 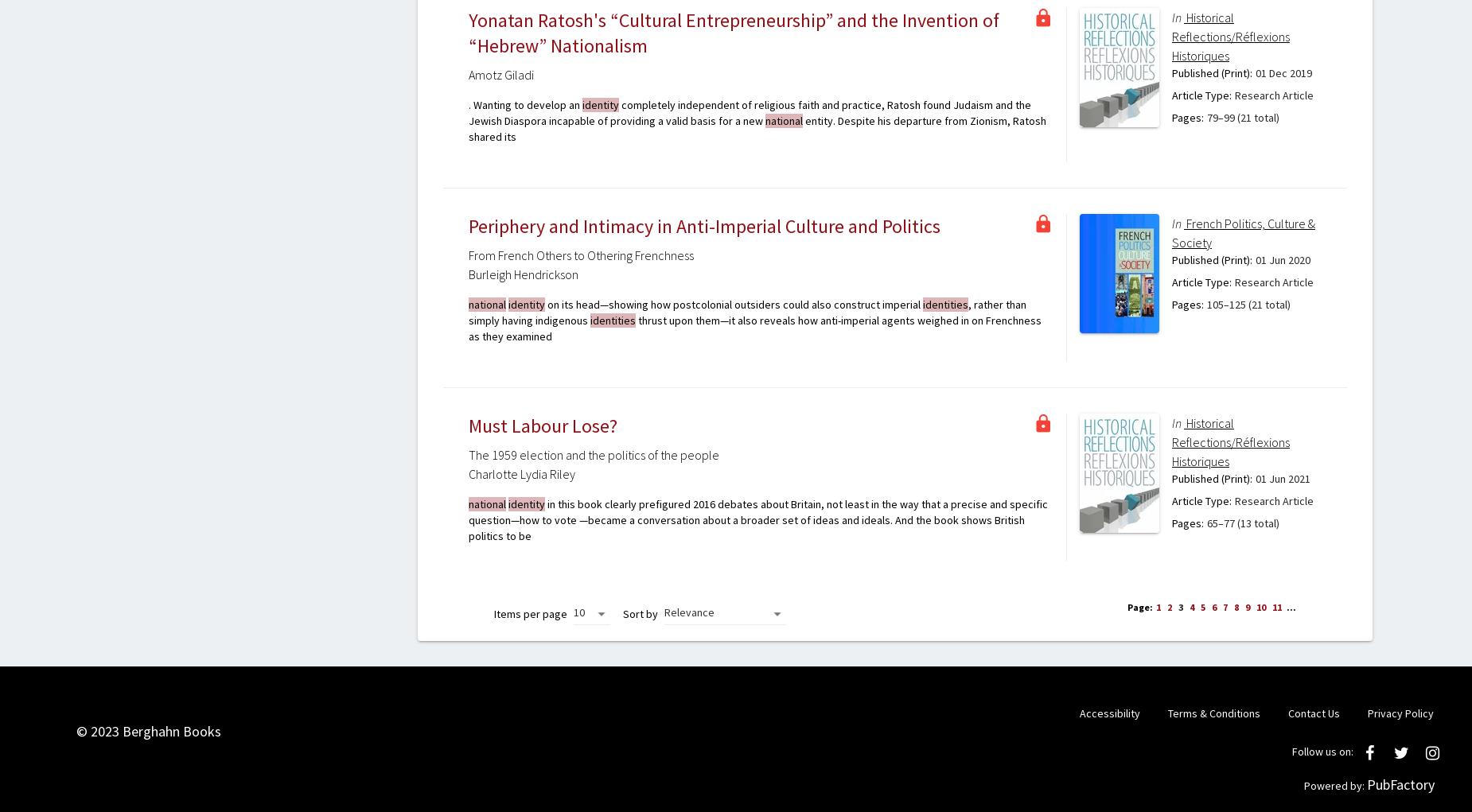 What do you see at coordinates (469, 312) in the screenshot?
I see `', rather than simply having indigenous'` at bounding box center [469, 312].